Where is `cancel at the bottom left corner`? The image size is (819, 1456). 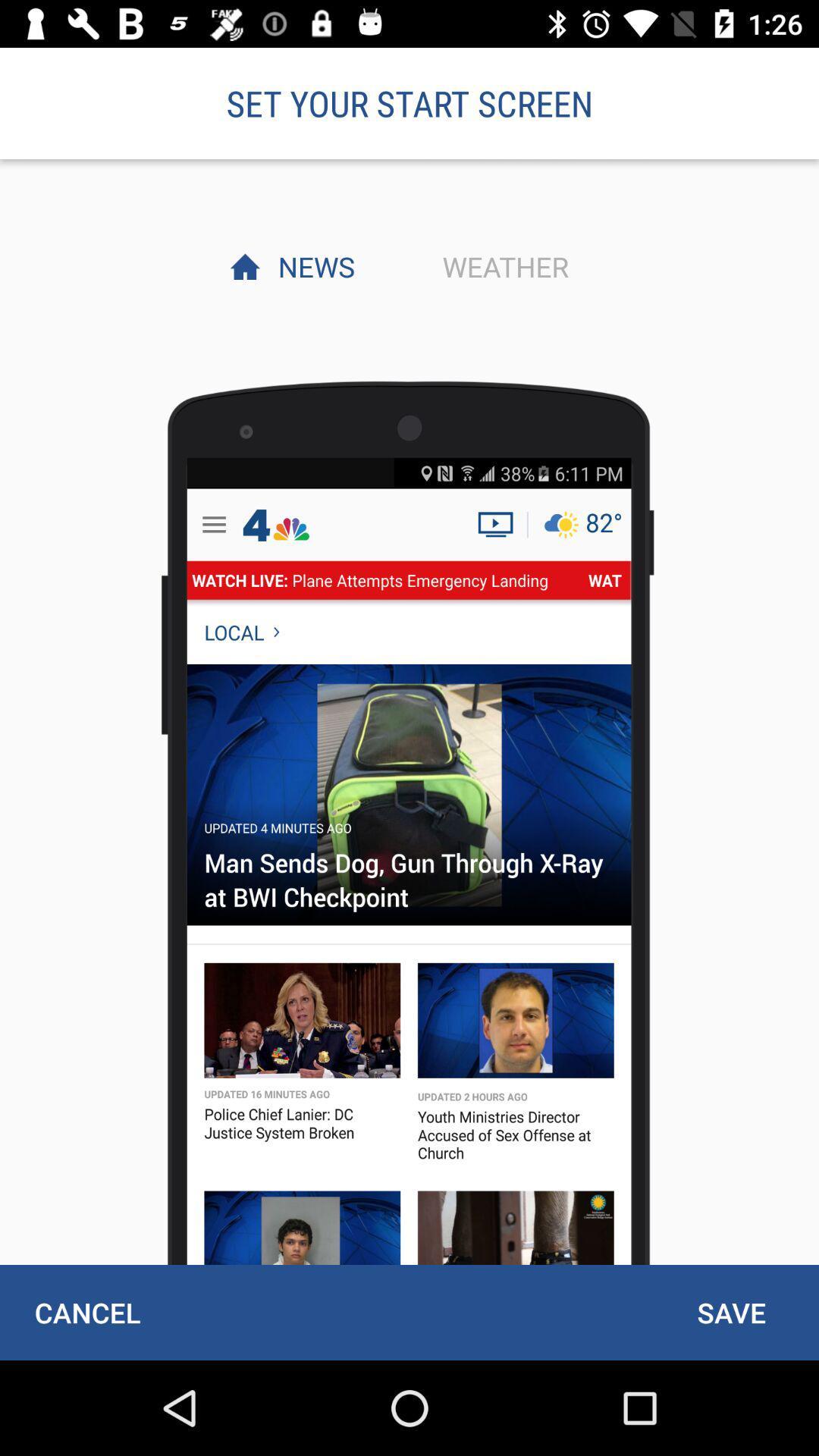
cancel at the bottom left corner is located at coordinates (87, 1312).